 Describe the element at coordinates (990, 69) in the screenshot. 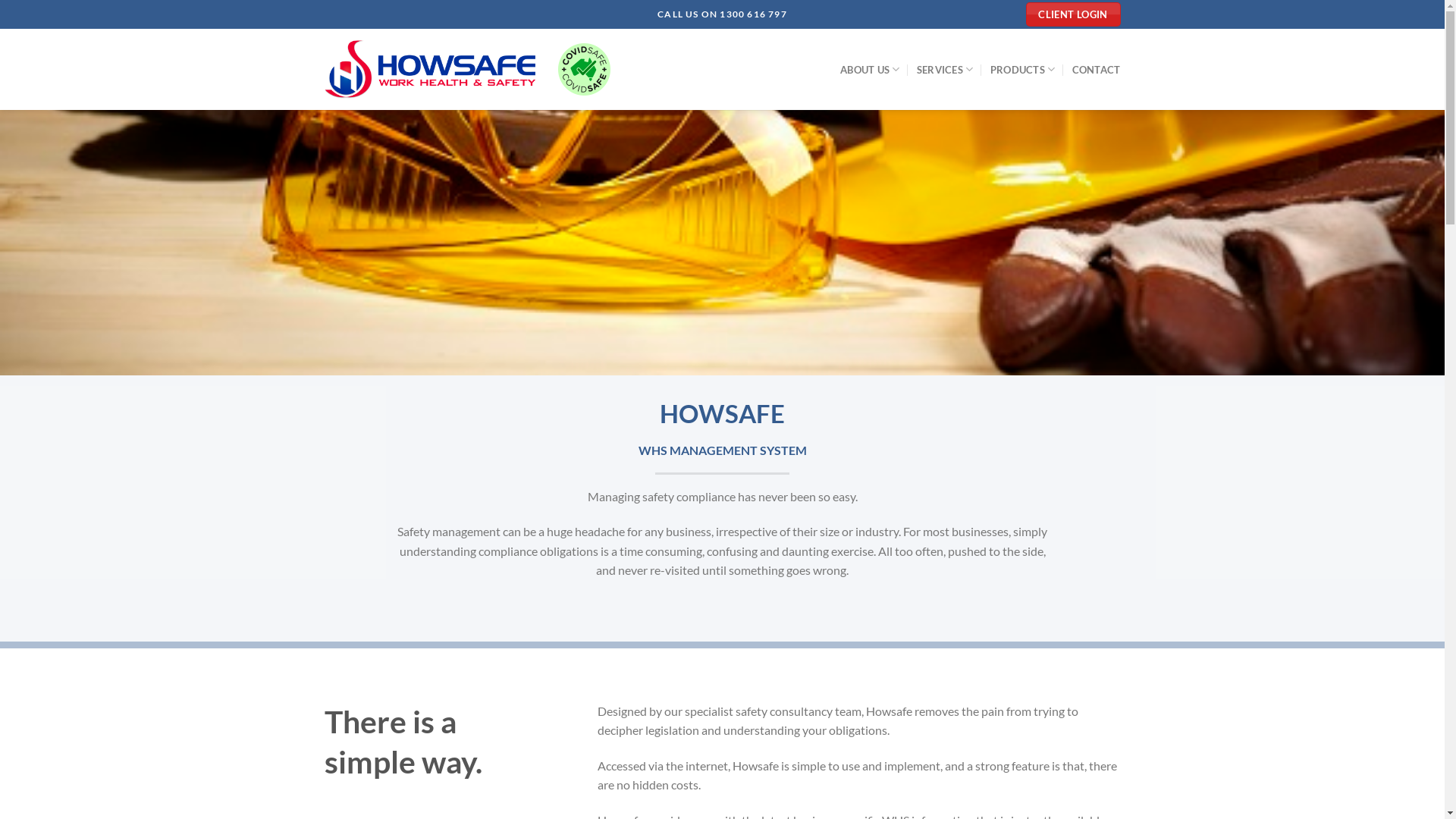

I see `'PRODUCTS'` at that location.